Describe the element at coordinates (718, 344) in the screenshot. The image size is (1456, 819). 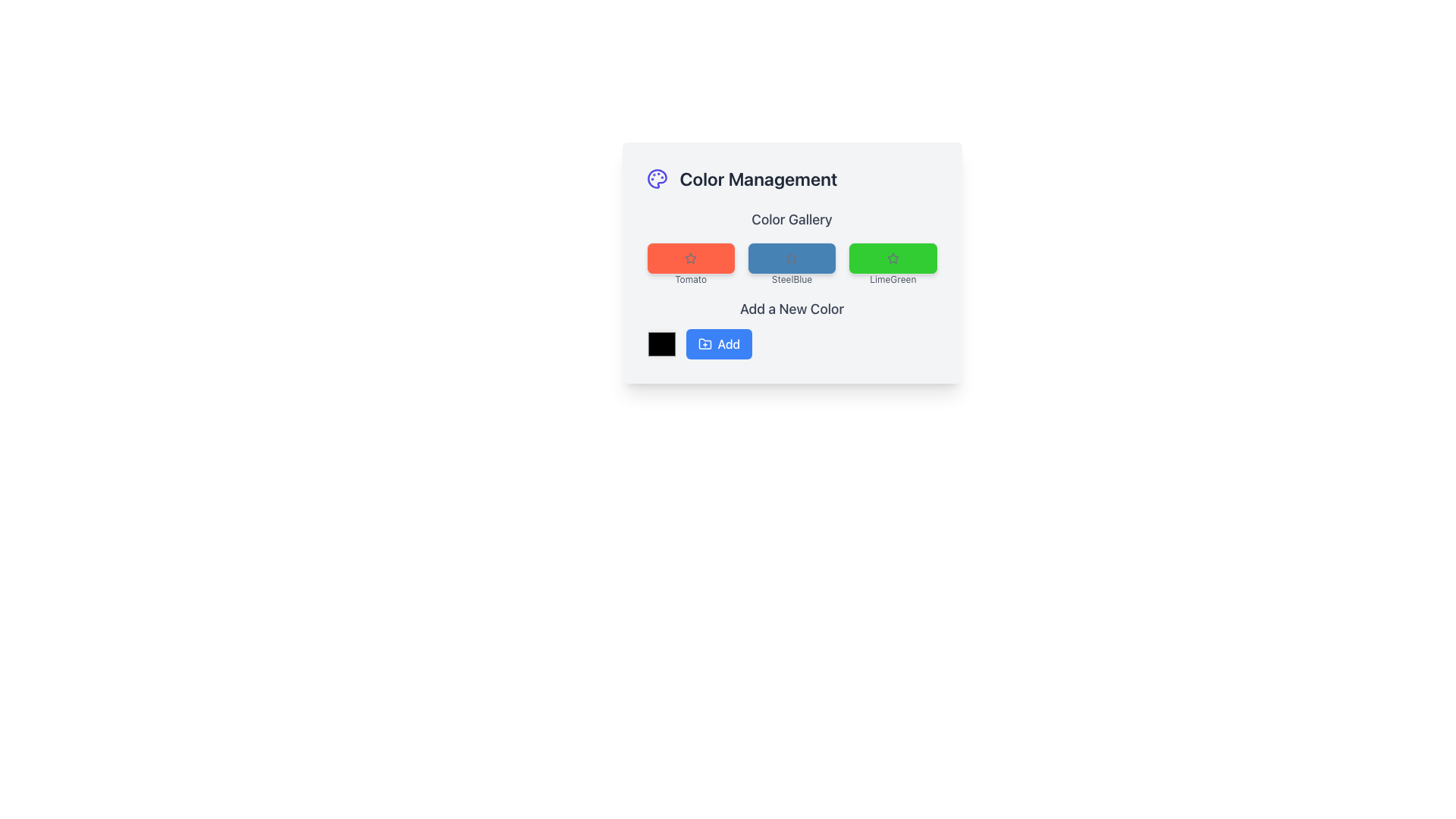
I see `the button for adding items, located to the right of a black color square and below the 'Add a New Color' label` at that location.